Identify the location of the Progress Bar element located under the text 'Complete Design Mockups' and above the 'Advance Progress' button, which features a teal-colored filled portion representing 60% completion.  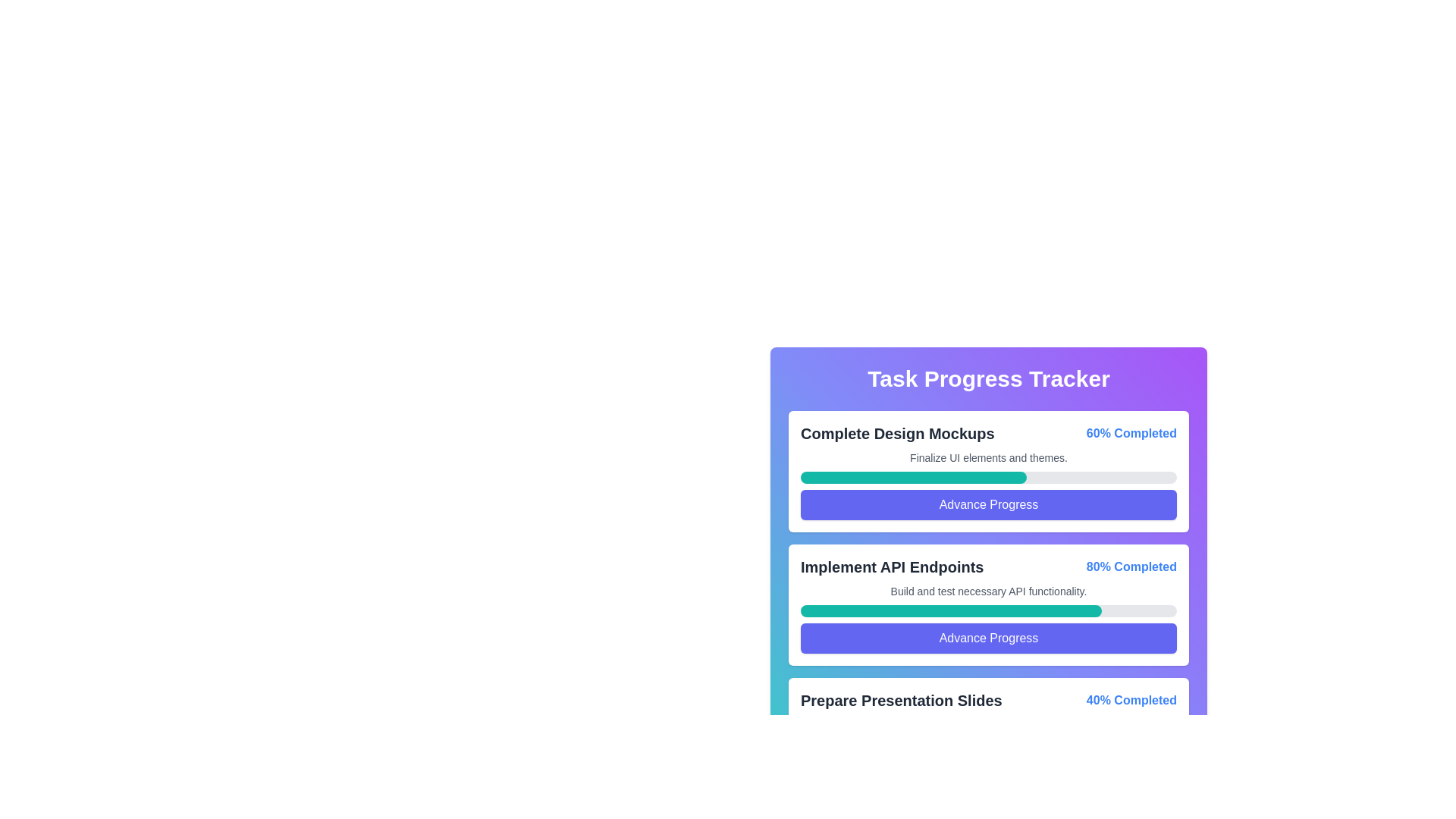
(989, 476).